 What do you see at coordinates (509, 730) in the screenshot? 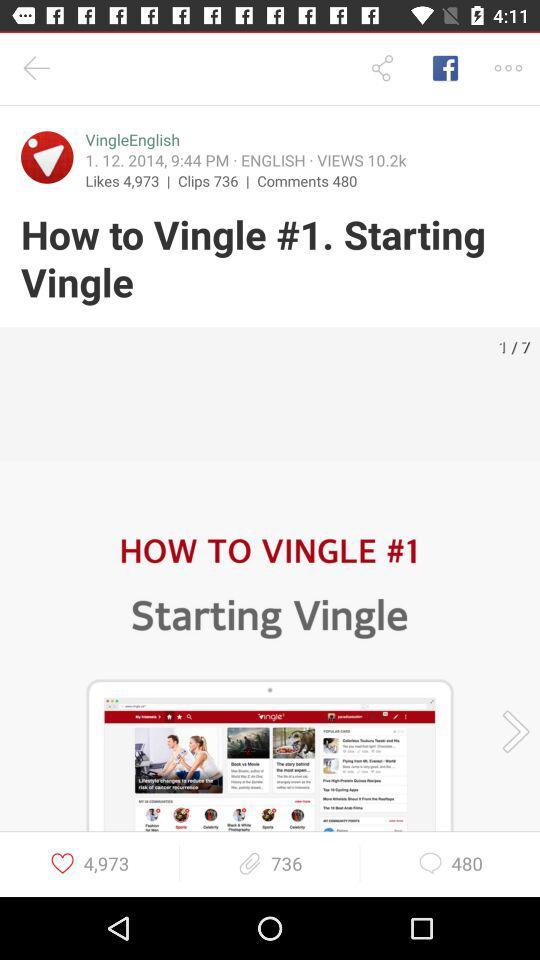
I see `the item below 1 / 7 item` at bounding box center [509, 730].